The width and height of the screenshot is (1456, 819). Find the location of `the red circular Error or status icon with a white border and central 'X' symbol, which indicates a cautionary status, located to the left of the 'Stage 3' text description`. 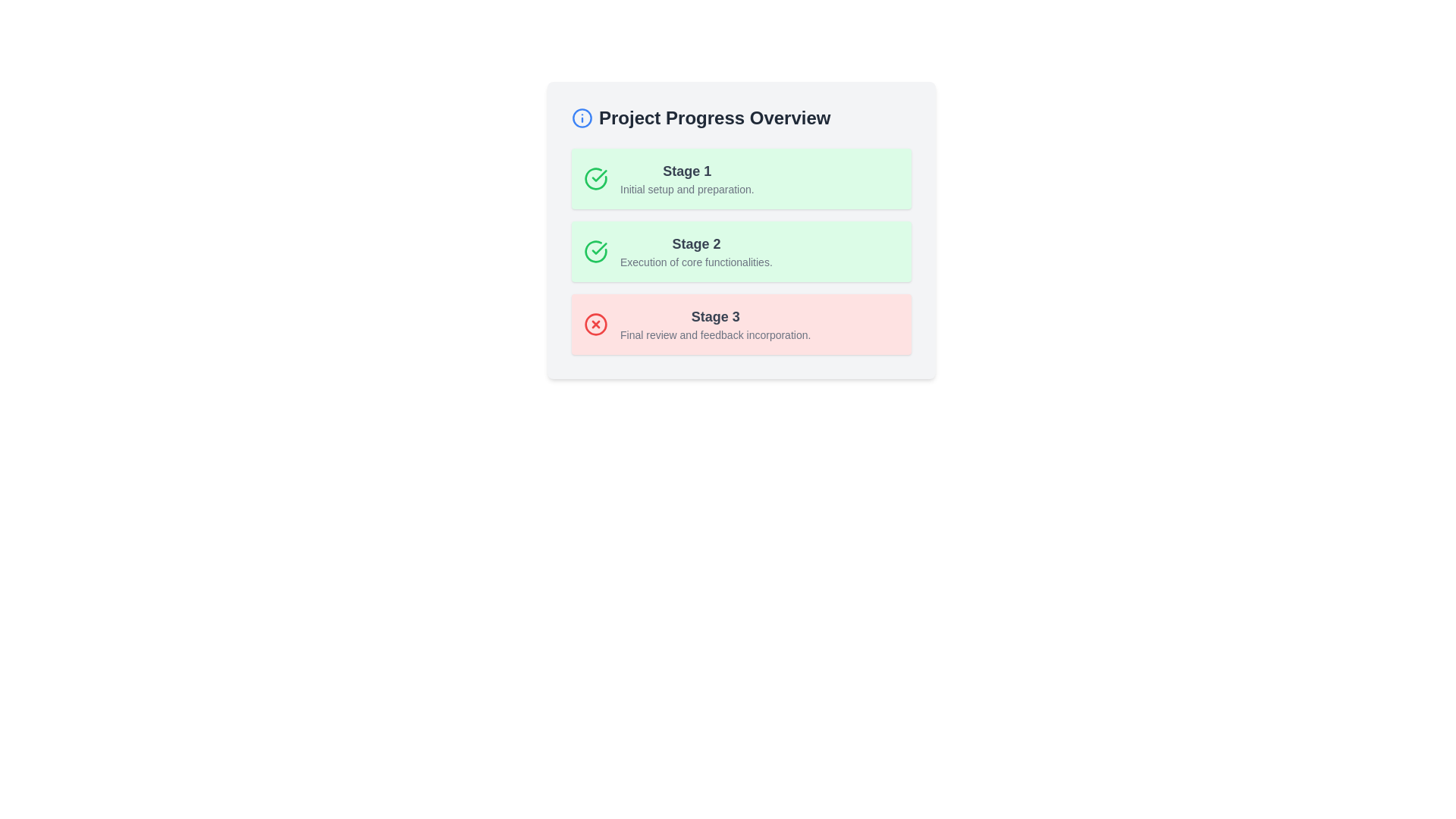

the red circular Error or status icon with a white border and central 'X' symbol, which indicates a cautionary status, located to the left of the 'Stage 3' text description is located at coordinates (595, 324).